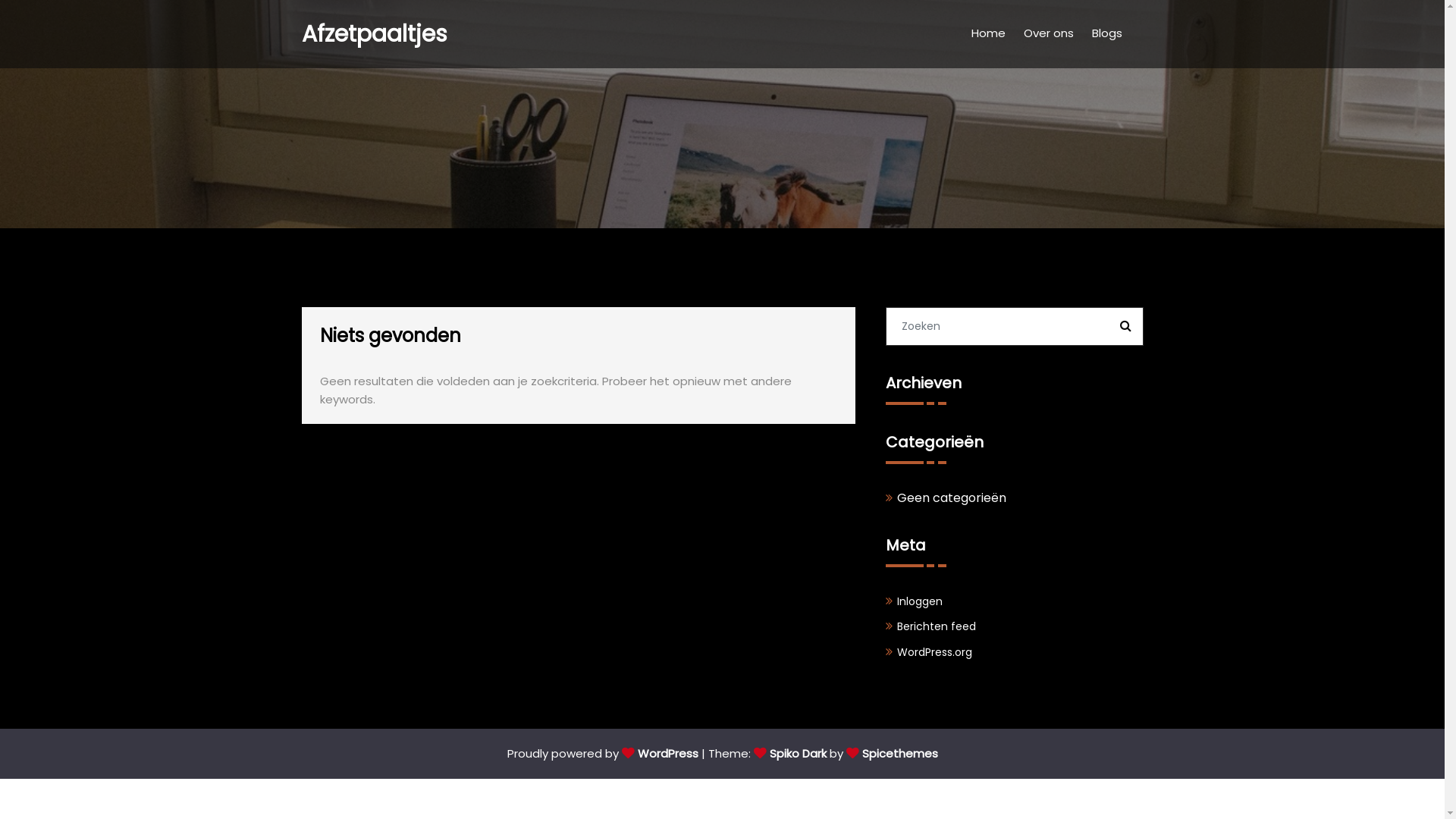 The height and width of the screenshot is (819, 1456). I want to click on 'Berichten feed', so click(934, 626).